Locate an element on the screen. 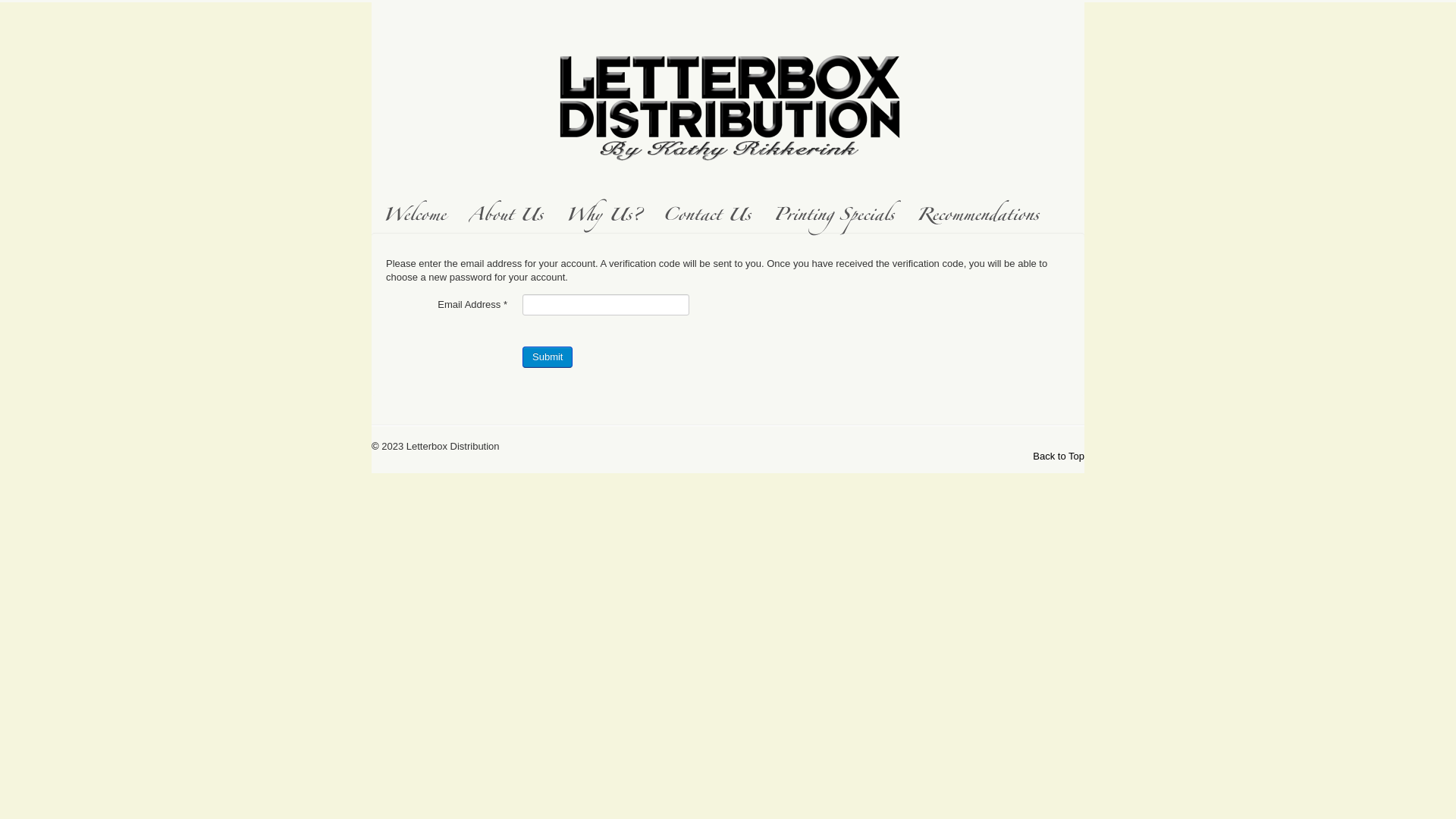  'Recommendations' is located at coordinates (977, 217).